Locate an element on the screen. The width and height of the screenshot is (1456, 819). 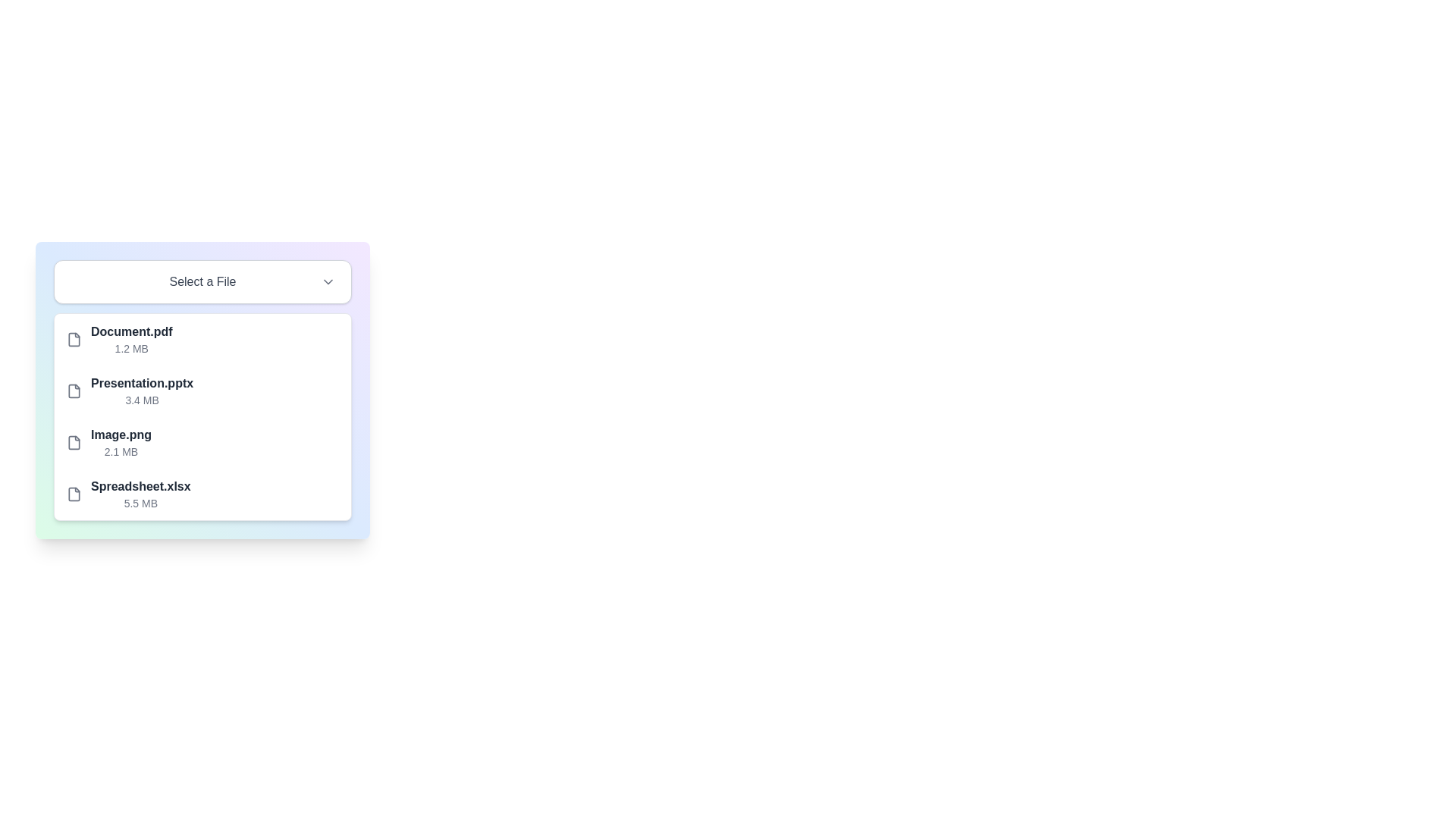
text label that indicates the title or purpose of the associated dropdown interface, positioned above the list of file options is located at coordinates (202, 281).